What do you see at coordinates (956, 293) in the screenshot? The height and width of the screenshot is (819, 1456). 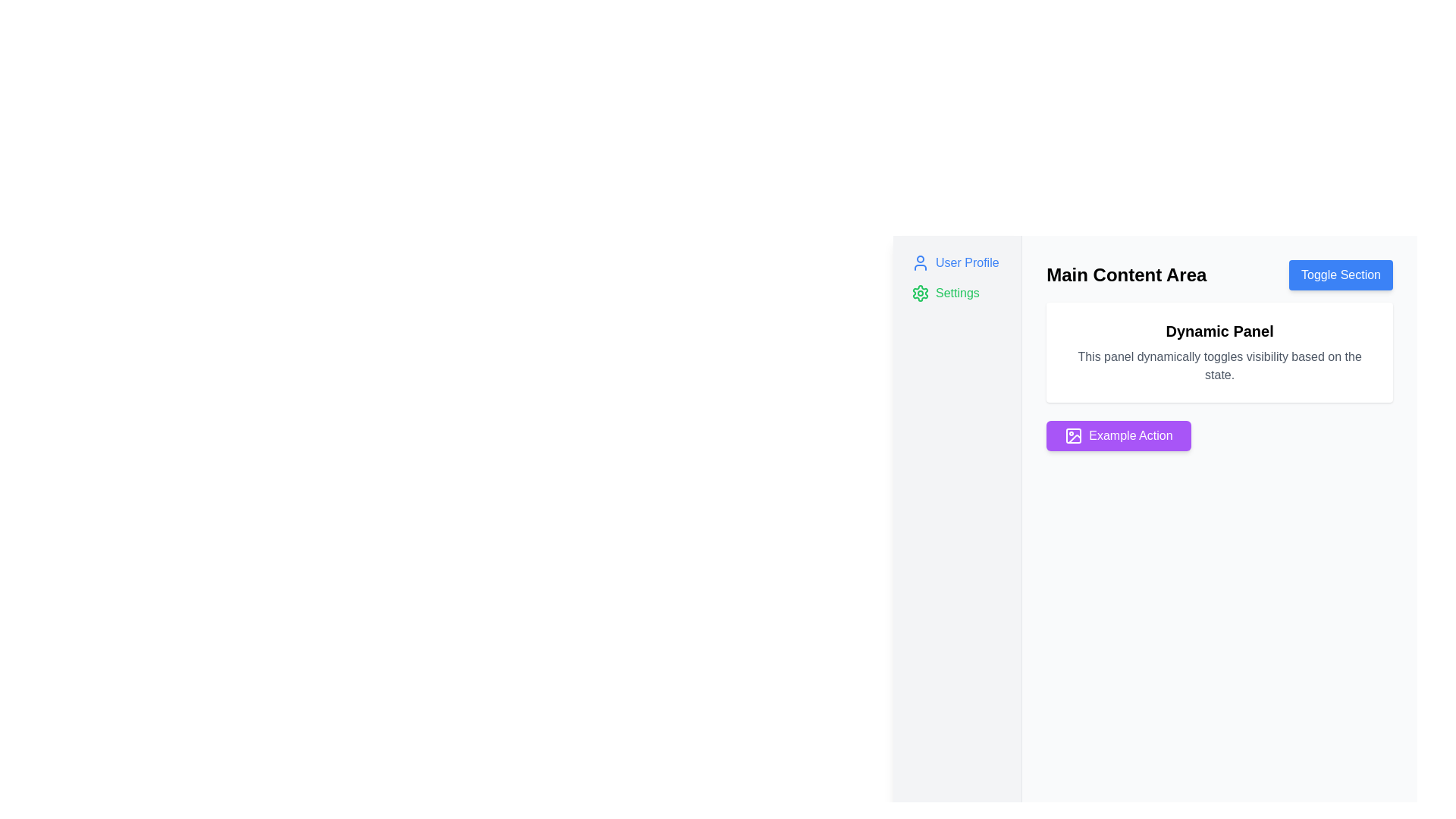 I see `the navigation button located below the 'User Profile' element` at bounding box center [956, 293].